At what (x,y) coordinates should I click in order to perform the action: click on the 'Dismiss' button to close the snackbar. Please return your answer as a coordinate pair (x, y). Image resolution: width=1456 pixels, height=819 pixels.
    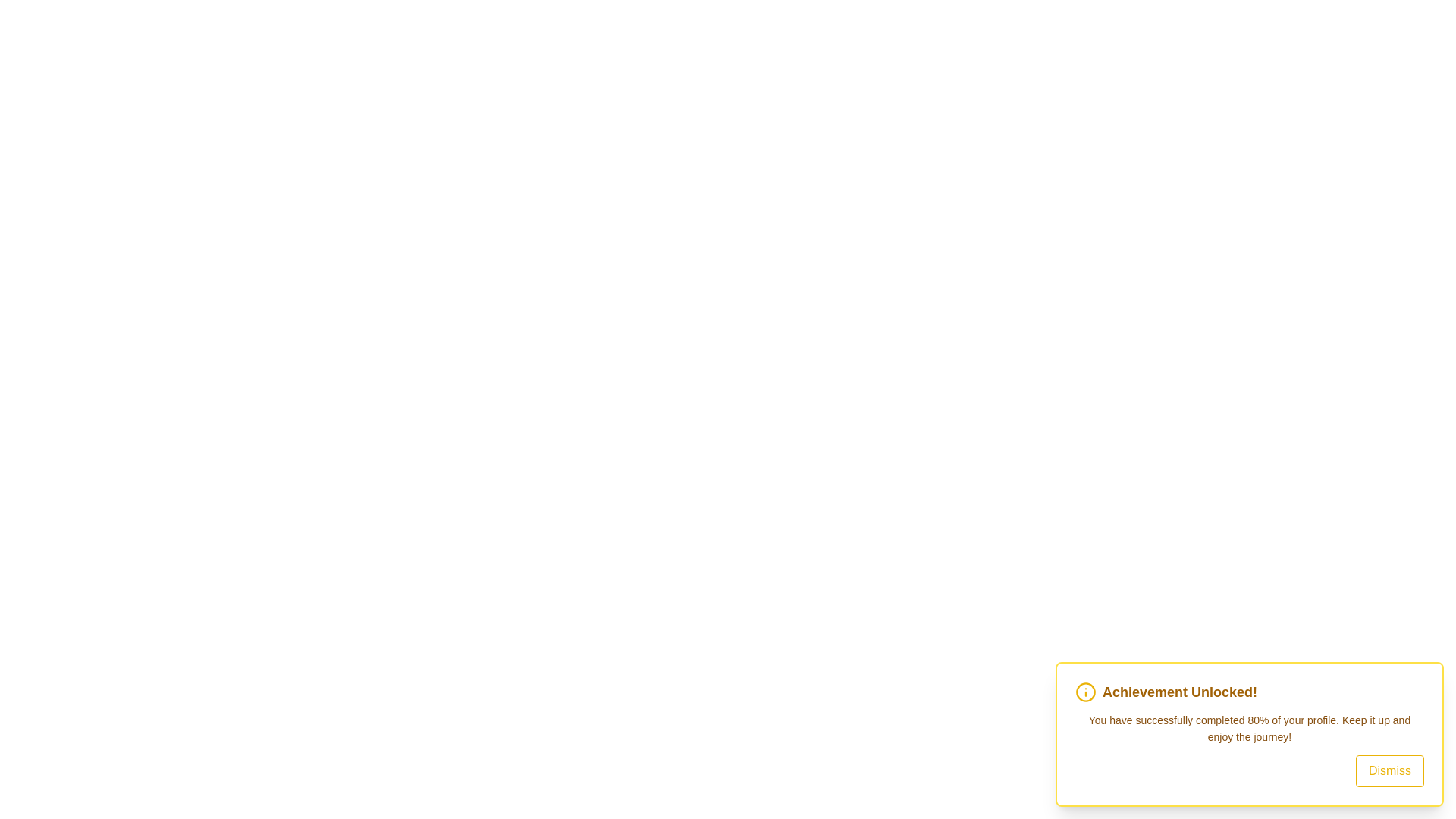
    Looking at the image, I should click on (1390, 771).